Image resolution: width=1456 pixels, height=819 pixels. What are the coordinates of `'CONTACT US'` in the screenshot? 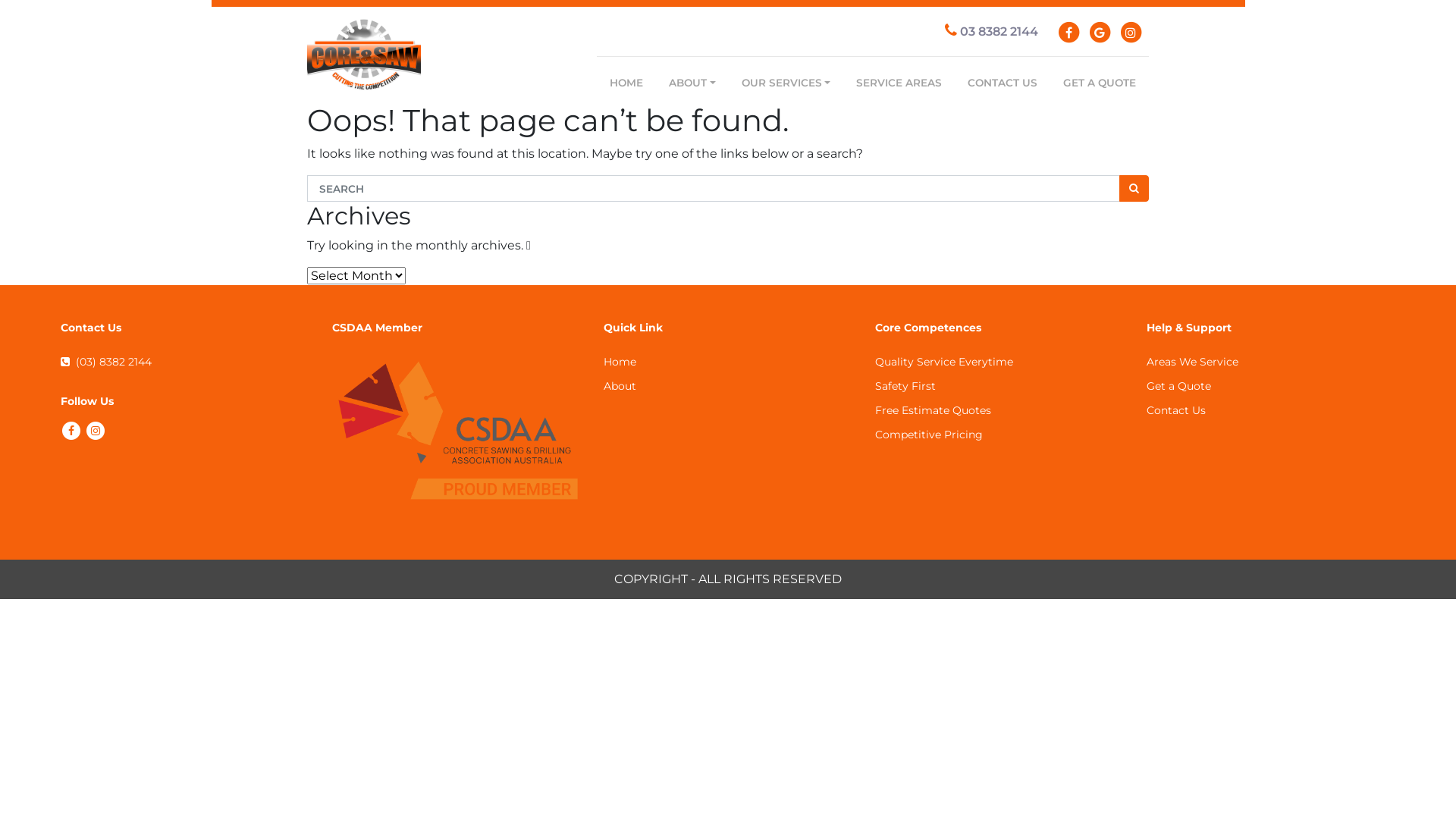 It's located at (1002, 82).